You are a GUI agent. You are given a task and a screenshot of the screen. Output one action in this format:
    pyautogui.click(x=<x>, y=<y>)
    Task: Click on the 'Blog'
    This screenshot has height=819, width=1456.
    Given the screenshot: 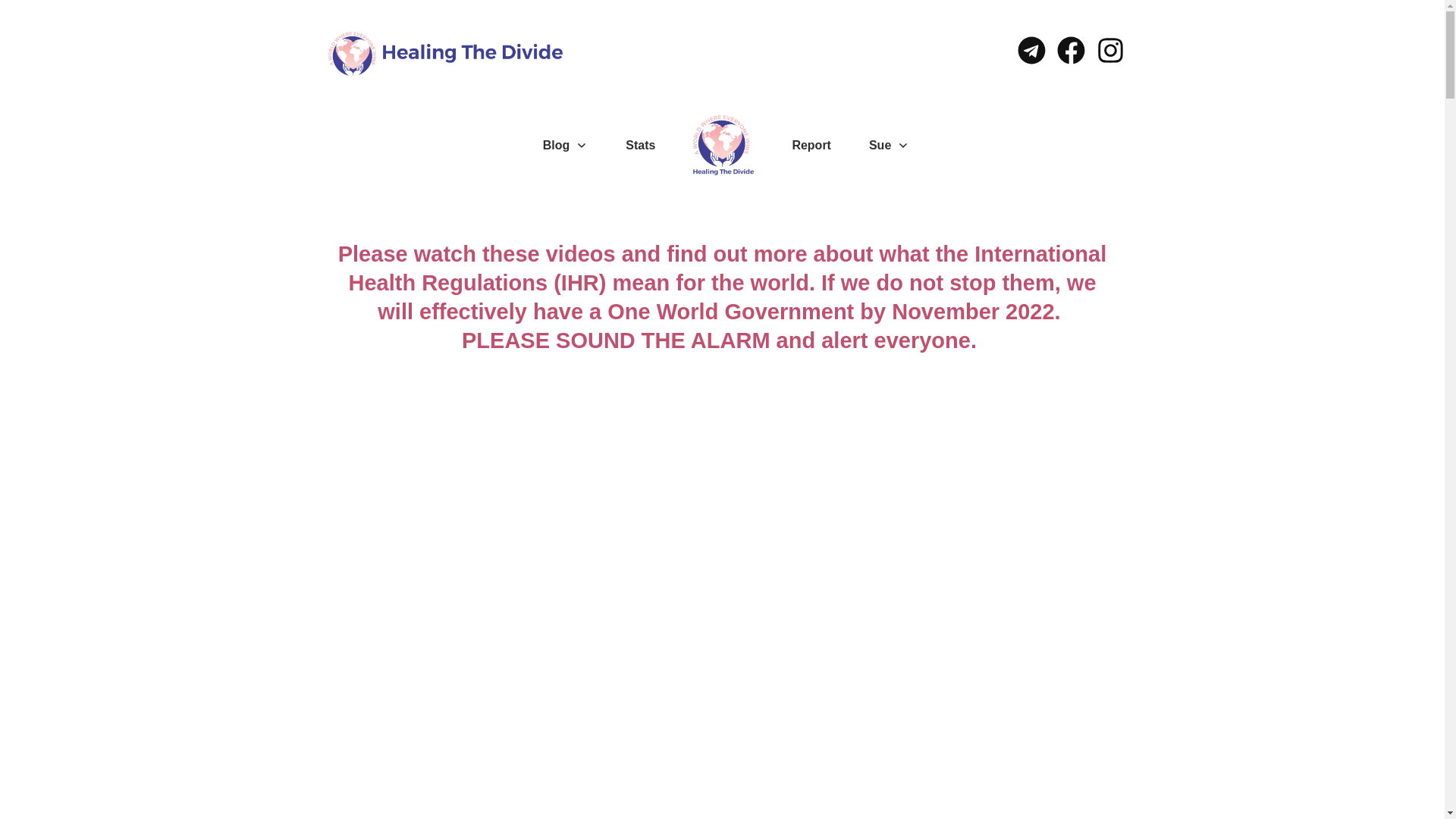 What is the action you would take?
    pyautogui.click(x=564, y=146)
    